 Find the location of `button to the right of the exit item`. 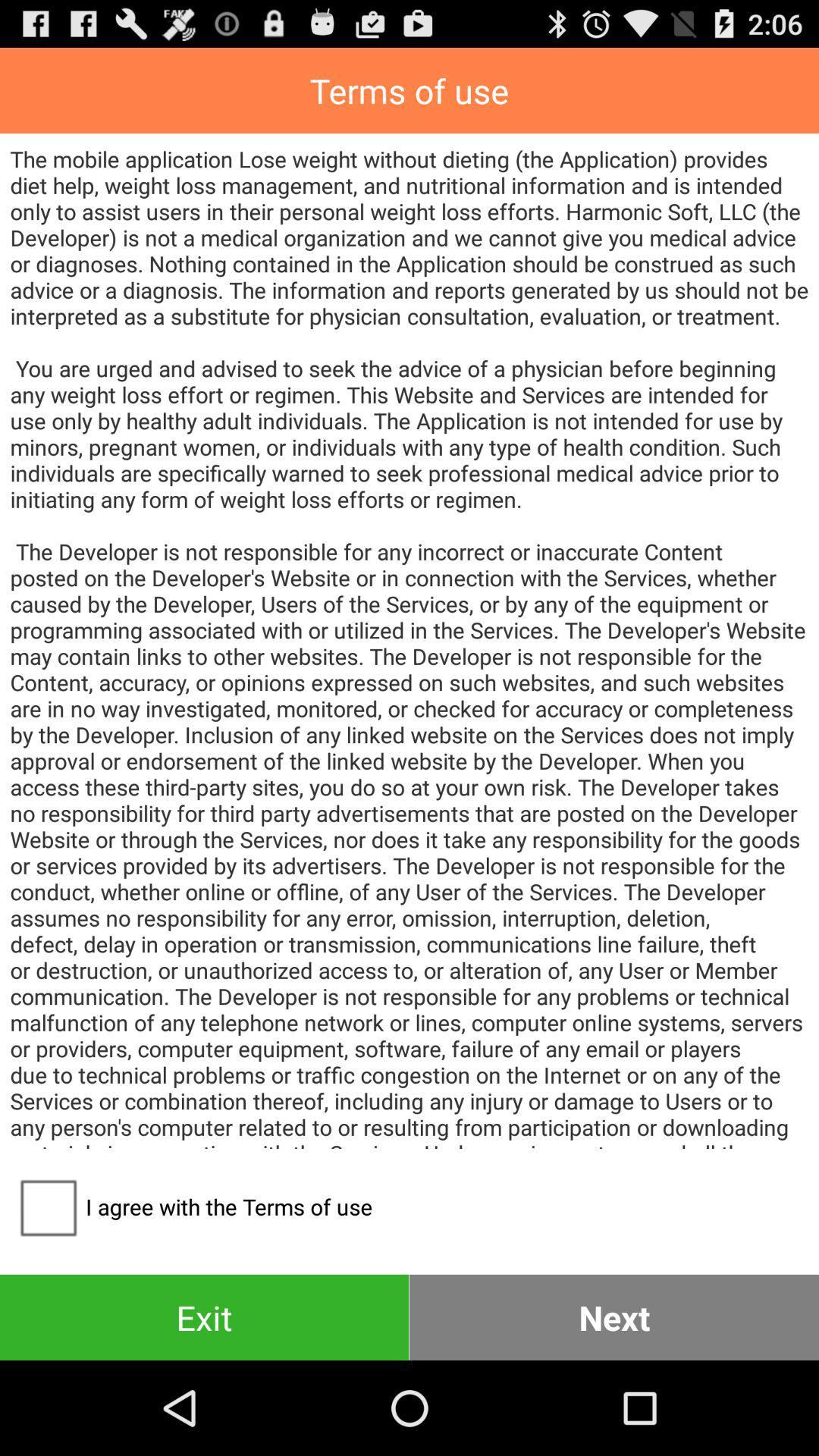

button to the right of the exit item is located at coordinates (614, 1316).